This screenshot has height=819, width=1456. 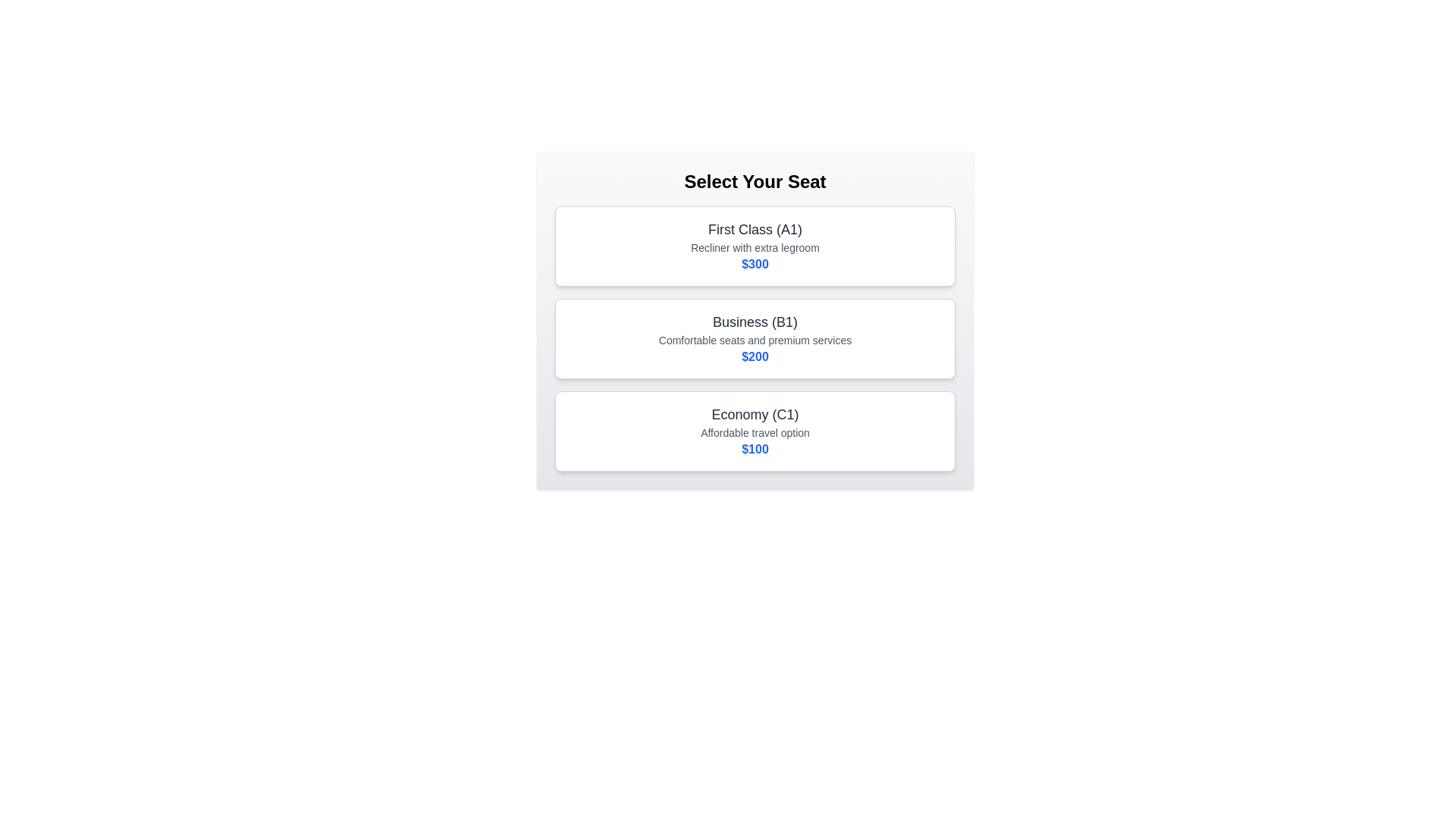 I want to click on the text component displaying 'Economy (C1)', which is styled prominently in dark gray and located at the top of a section describing travel options, so click(x=755, y=415).